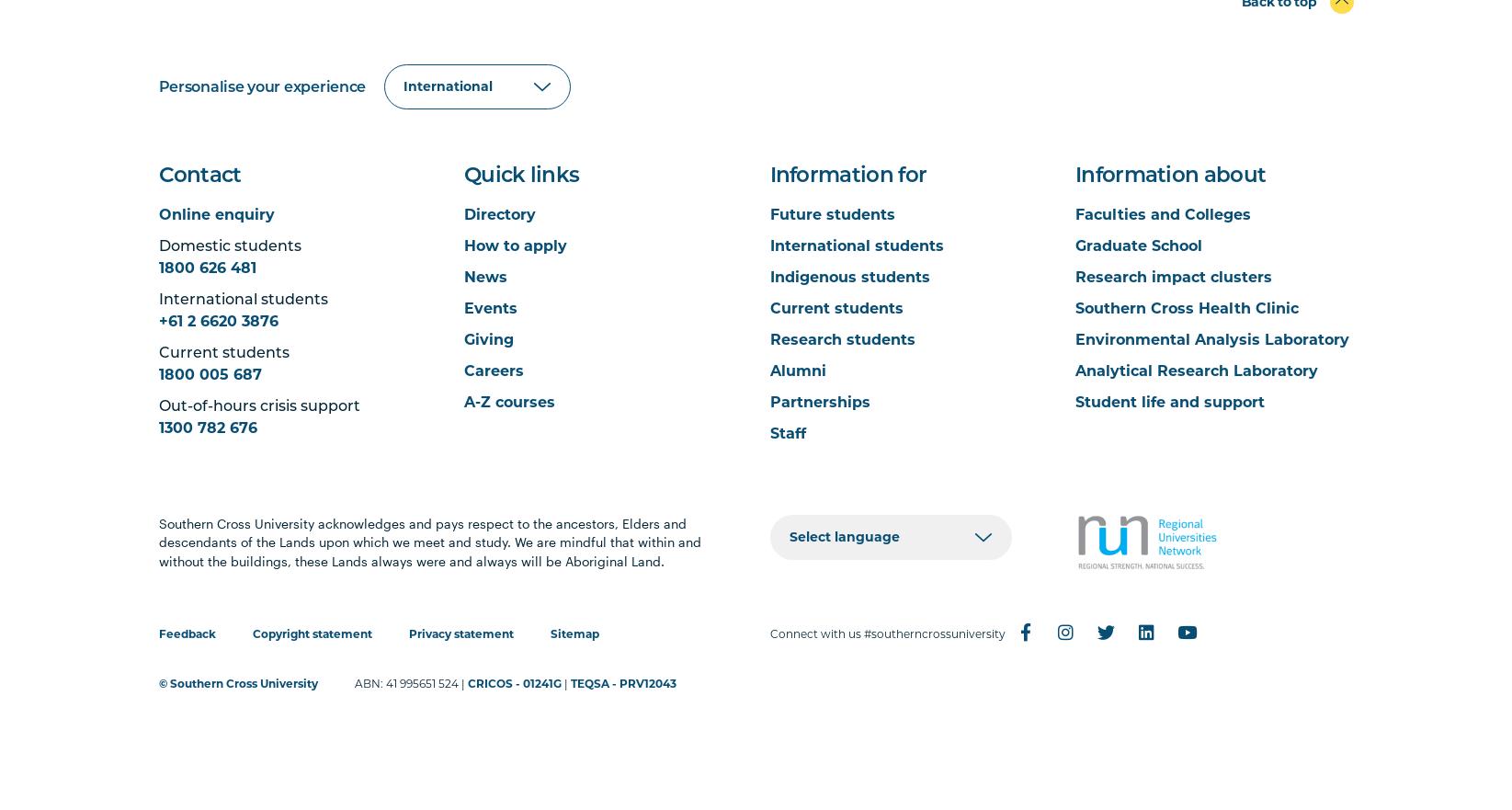  I want to click on '+61 2 6620 3876', so click(218, 320).